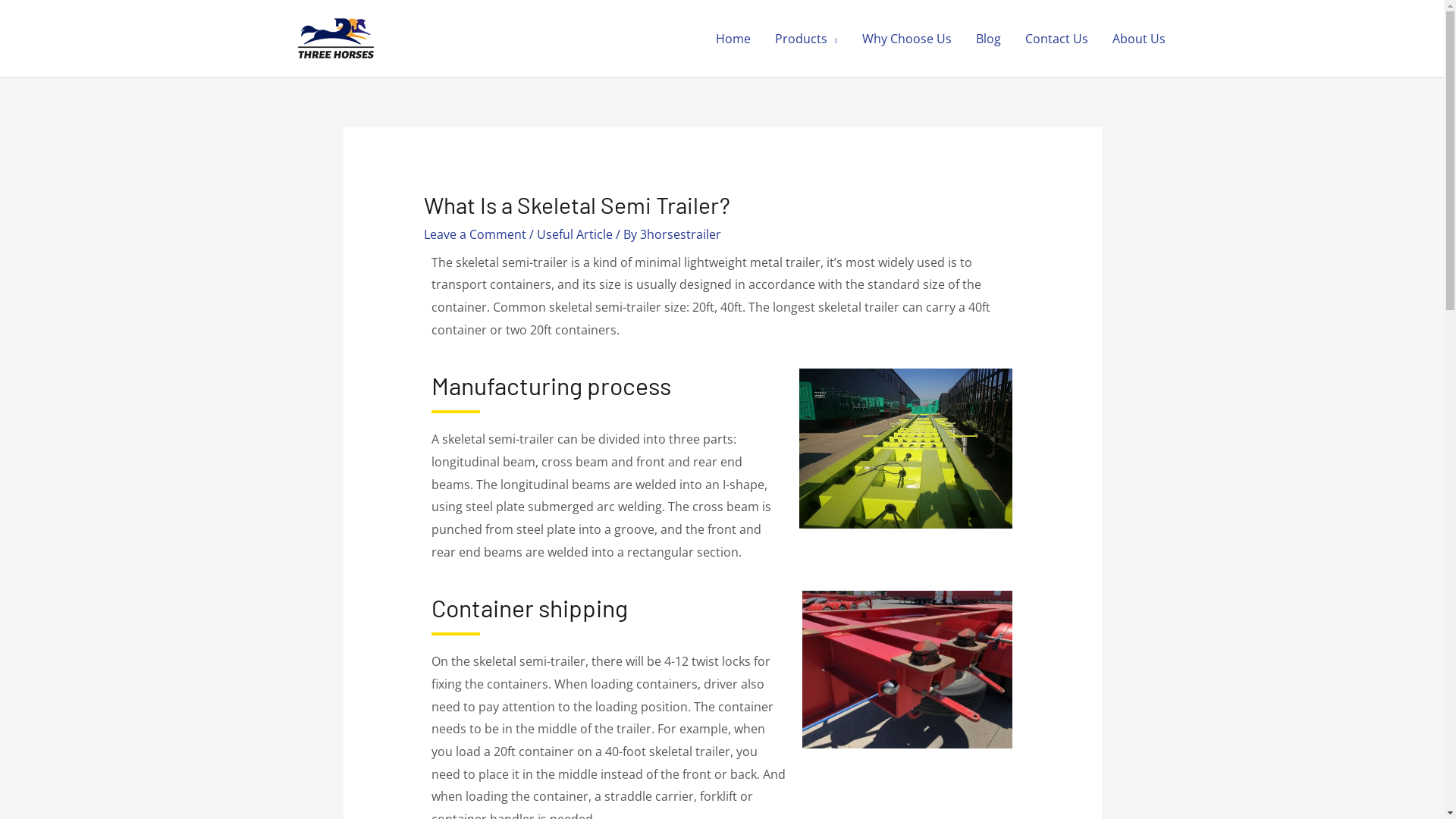 Image resolution: width=1456 pixels, height=819 pixels. What do you see at coordinates (805, 37) in the screenshot?
I see `'Products'` at bounding box center [805, 37].